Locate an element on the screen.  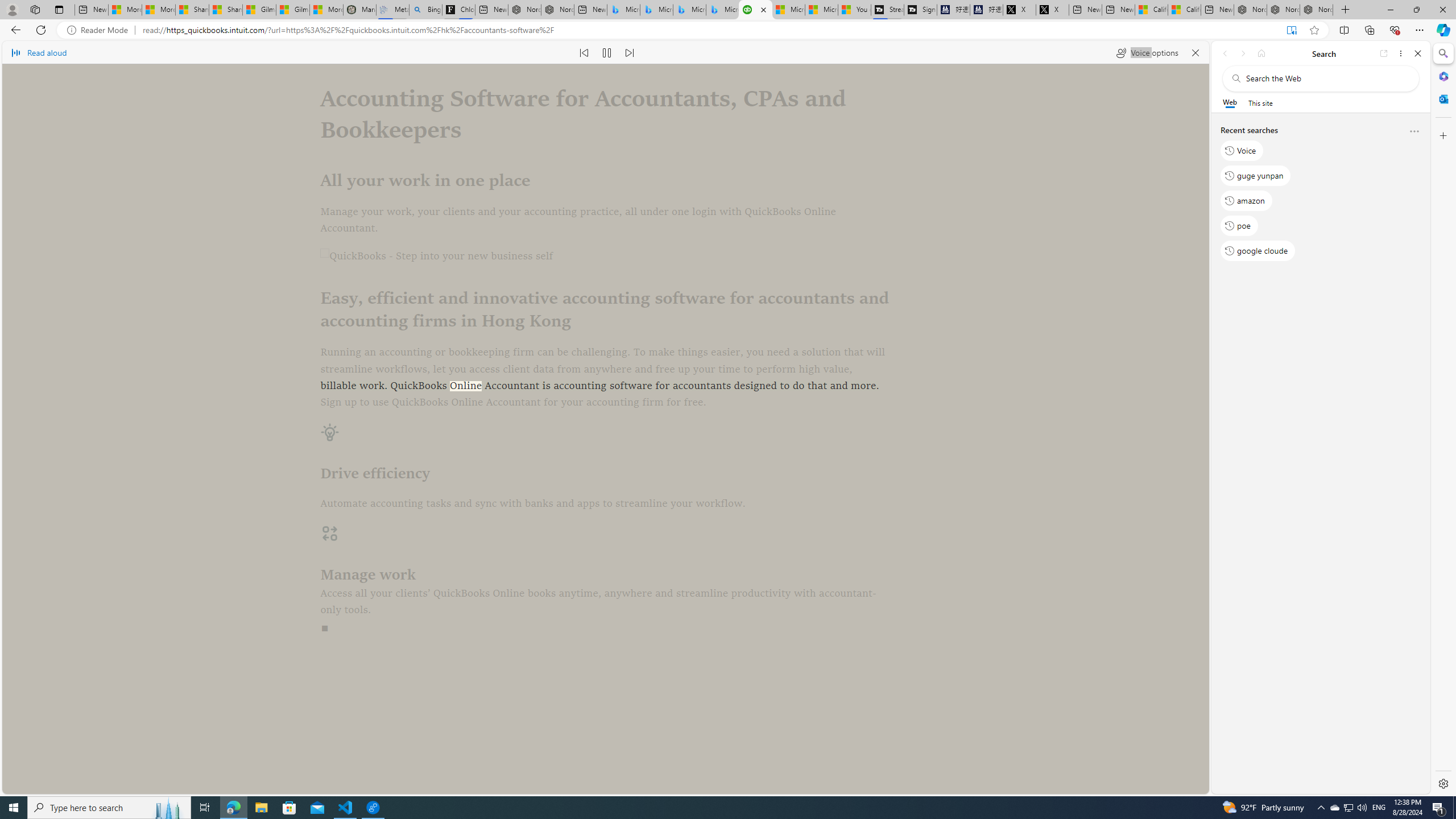
'Microsoft Bing Travel - Stays in Bangkok, Bangkok, Thailand' is located at coordinates (656, 9).